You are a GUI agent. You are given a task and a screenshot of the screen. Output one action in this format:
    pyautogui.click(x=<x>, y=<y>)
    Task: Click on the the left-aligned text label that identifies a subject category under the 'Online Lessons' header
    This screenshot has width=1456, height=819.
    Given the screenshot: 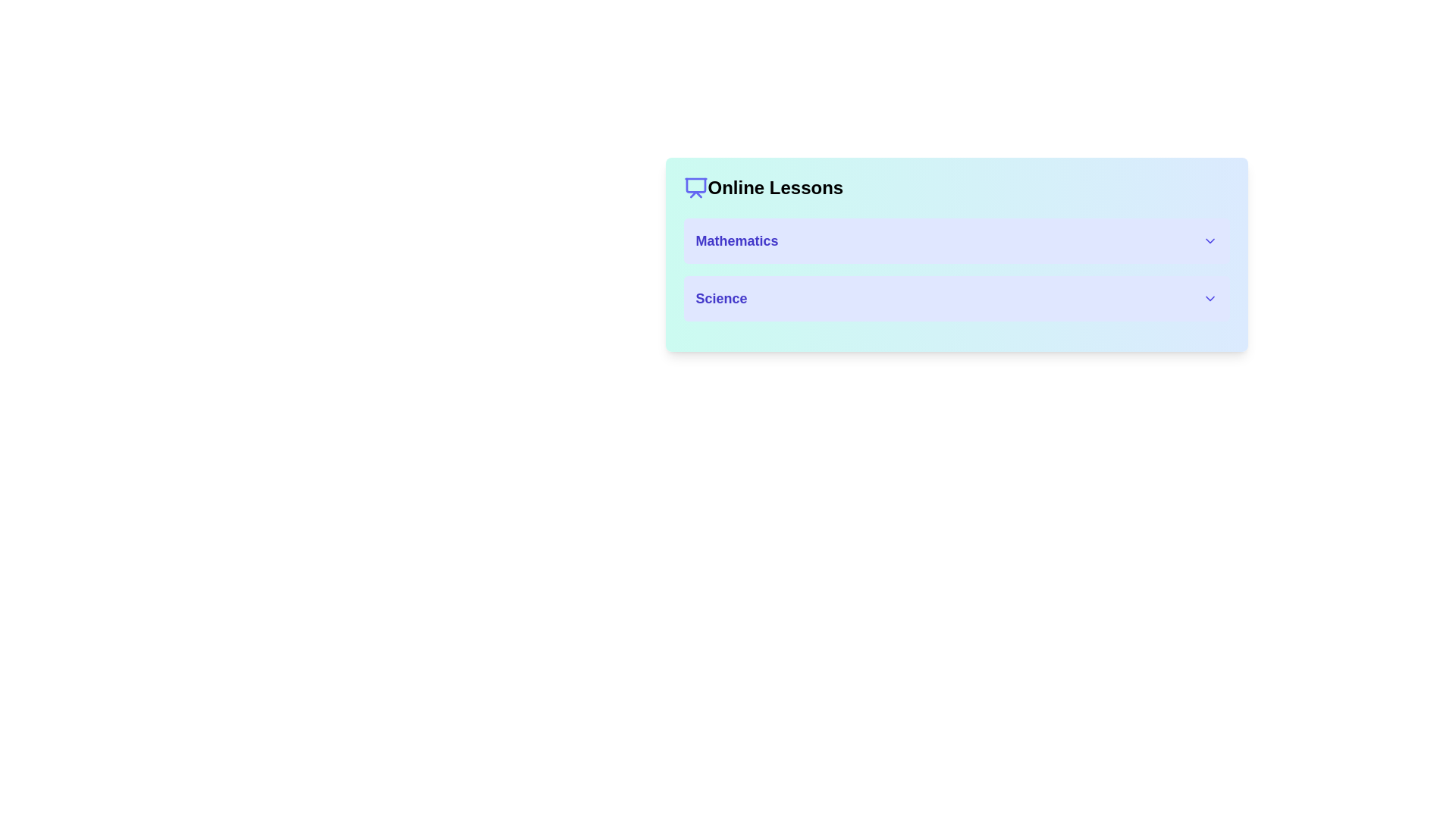 What is the action you would take?
    pyautogui.click(x=720, y=298)
    